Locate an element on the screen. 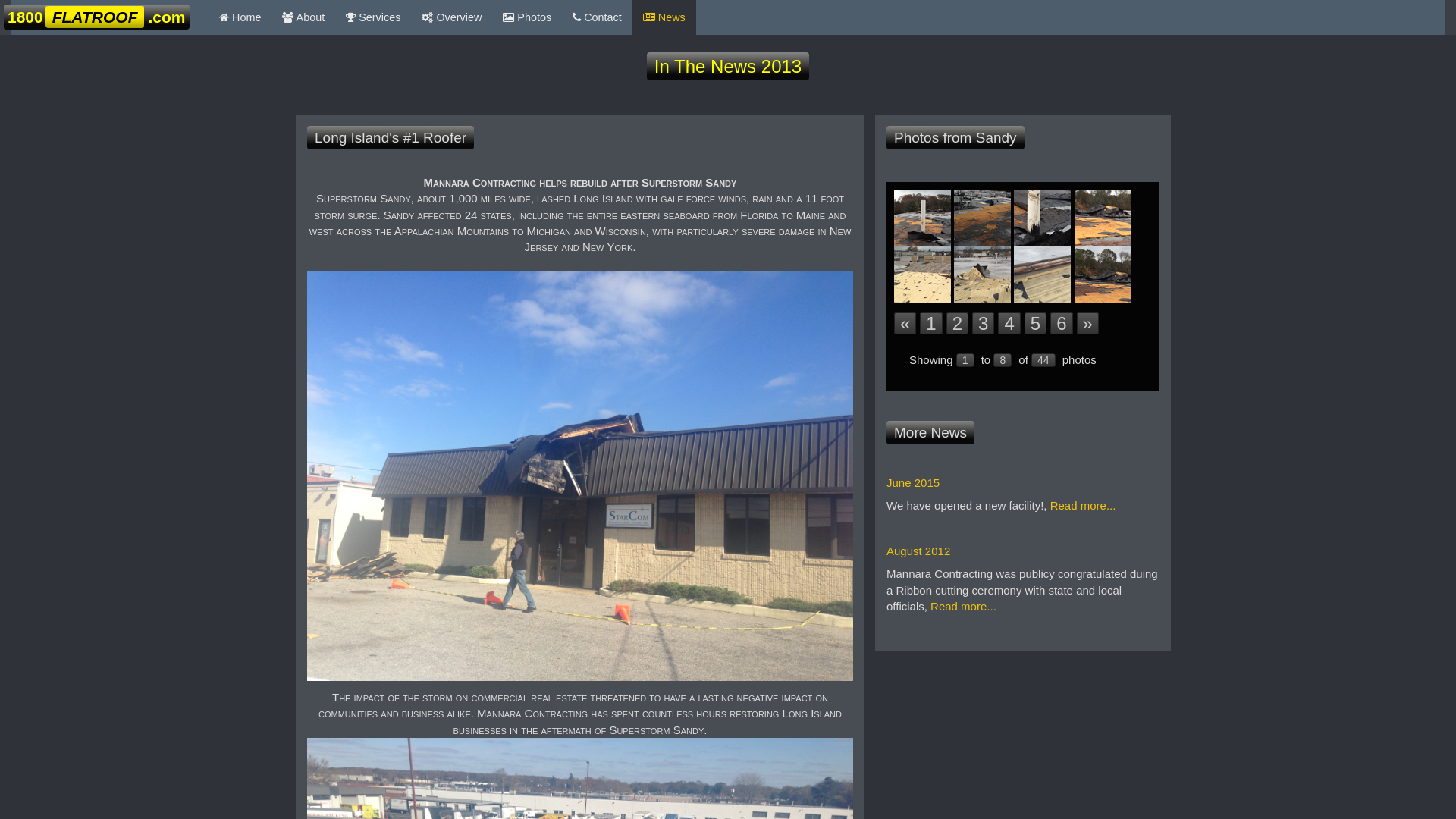 This screenshot has height=819, width=1456. 'June 2015' is located at coordinates (912, 482).